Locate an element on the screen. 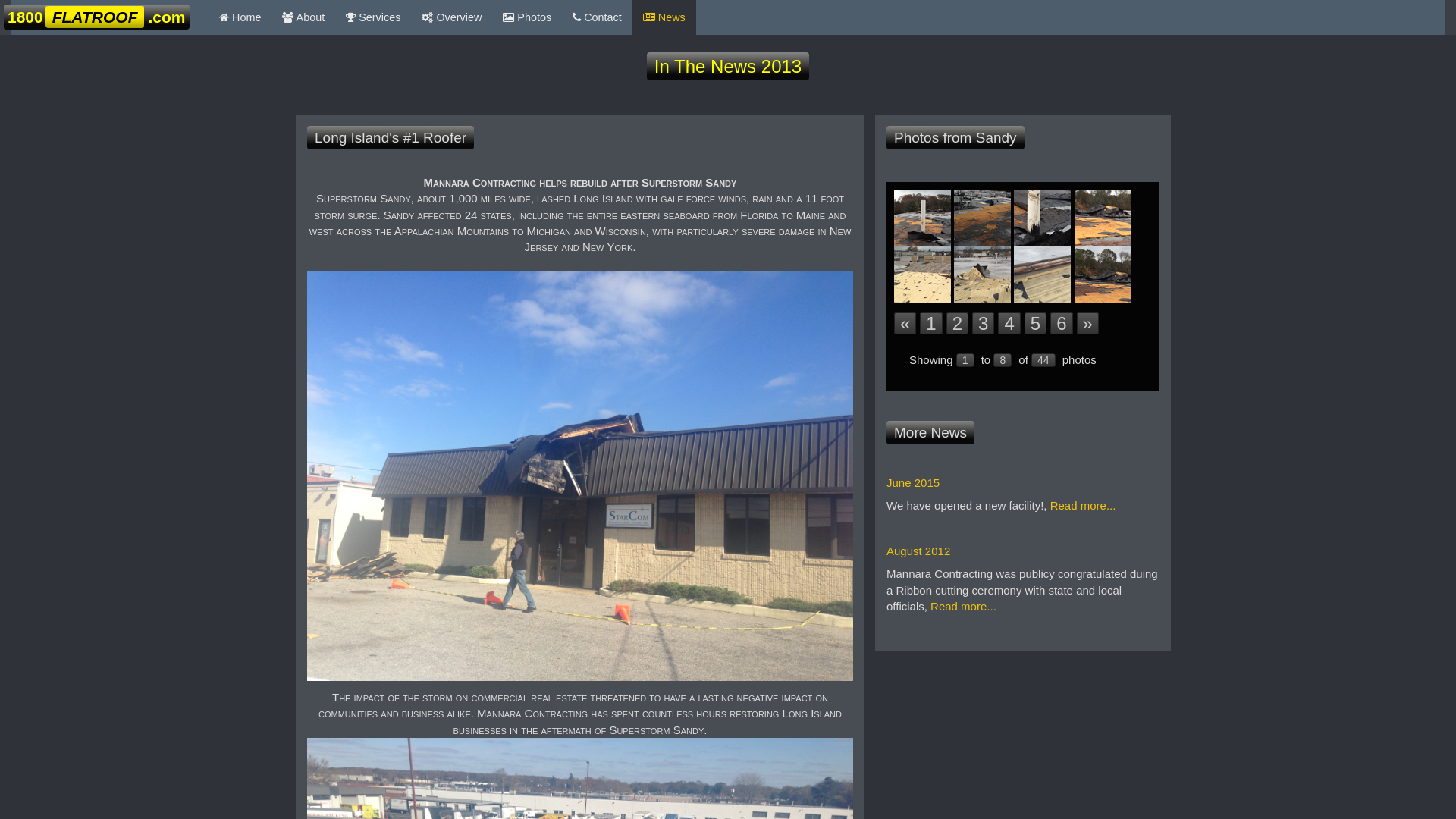 This screenshot has height=819, width=1456. 'June 2015' is located at coordinates (912, 482).